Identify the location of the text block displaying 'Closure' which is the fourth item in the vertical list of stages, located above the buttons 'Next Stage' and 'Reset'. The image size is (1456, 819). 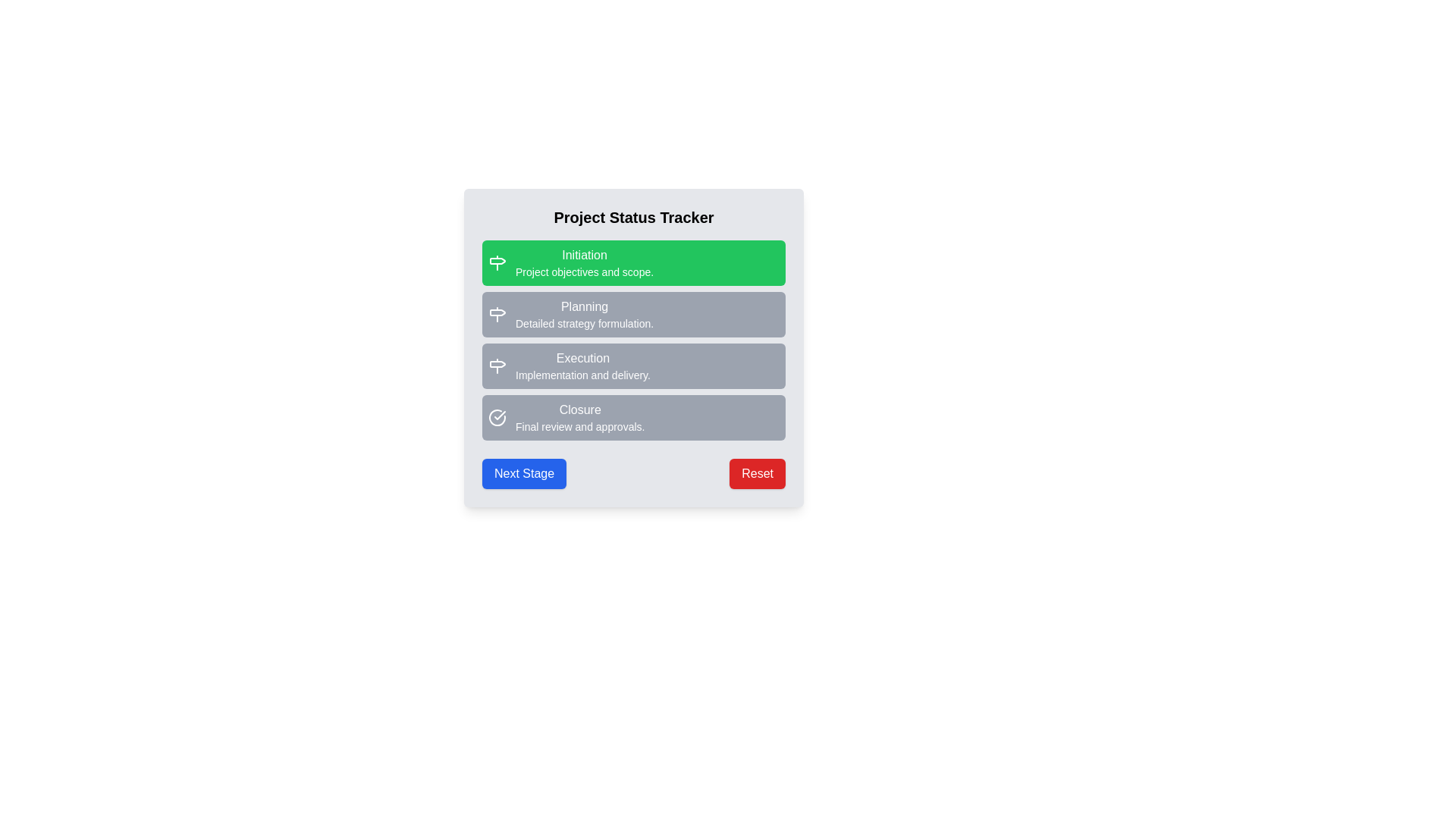
(579, 418).